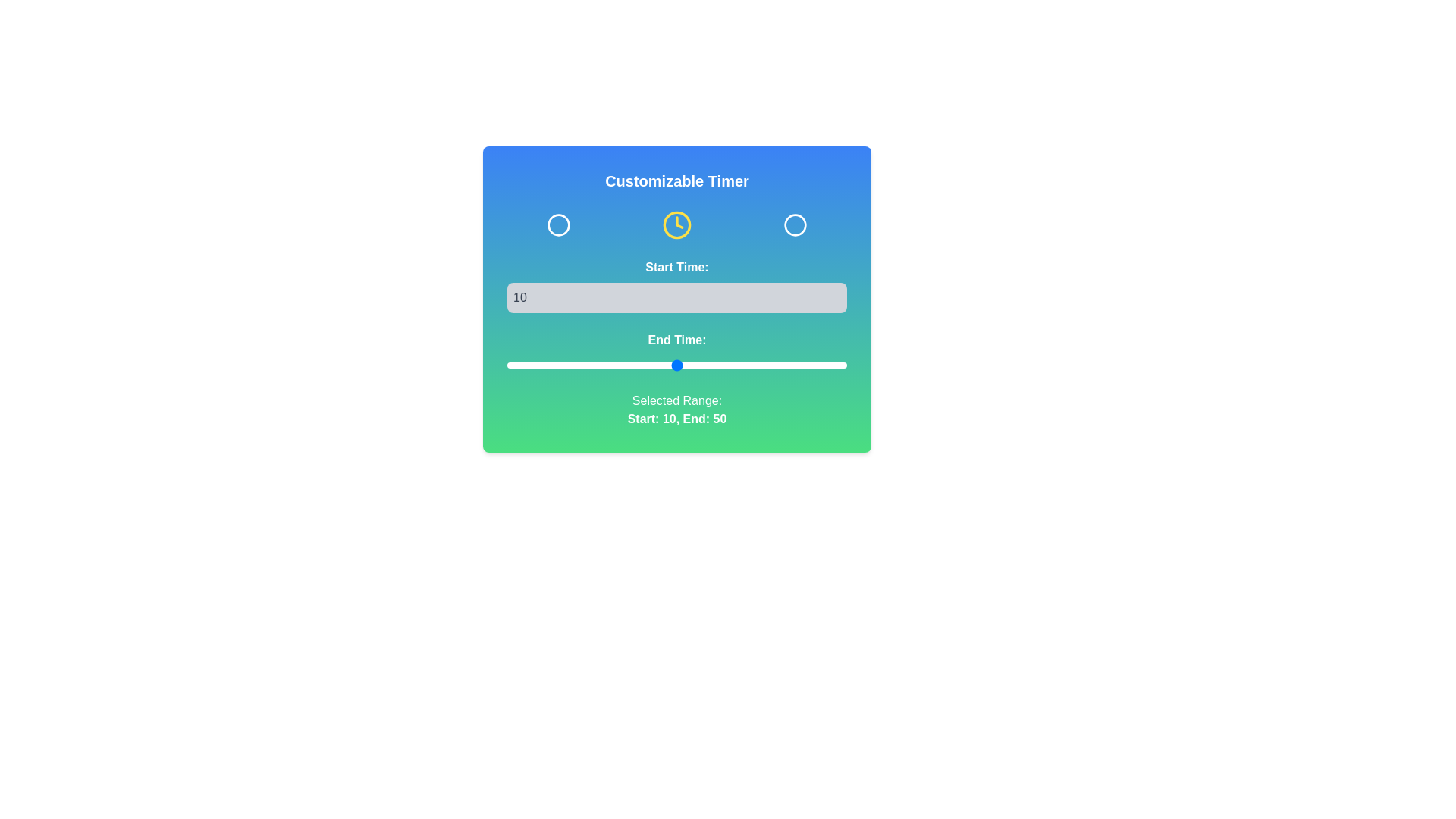  What do you see at coordinates (676, 353) in the screenshot?
I see `and drag the slider handle of the range slider input below 'Start Time:' and above 'Selected Range: Start: 10, End: 50'` at bounding box center [676, 353].